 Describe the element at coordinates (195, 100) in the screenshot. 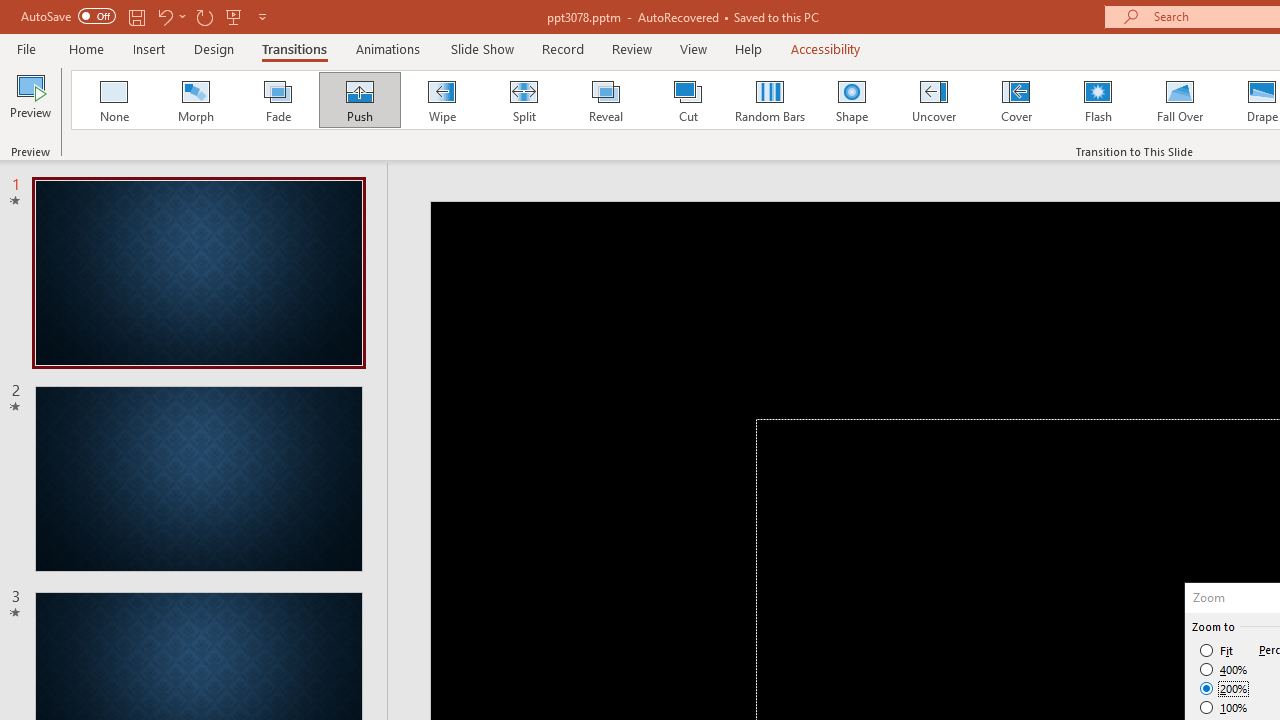

I see `'Morph'` at that location.